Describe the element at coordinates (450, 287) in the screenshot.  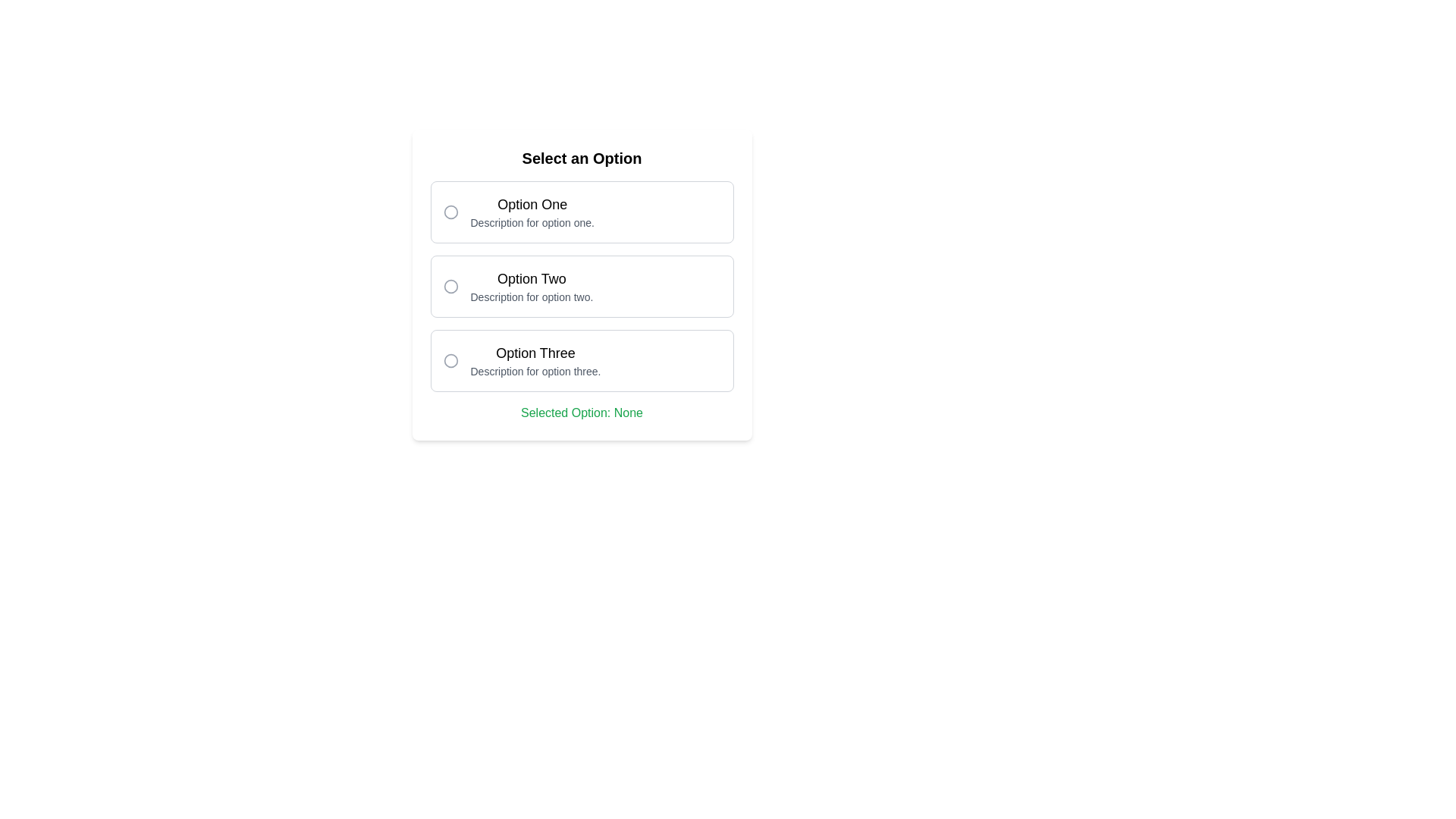
I see `the radio button for 'Option Two'` at that location.